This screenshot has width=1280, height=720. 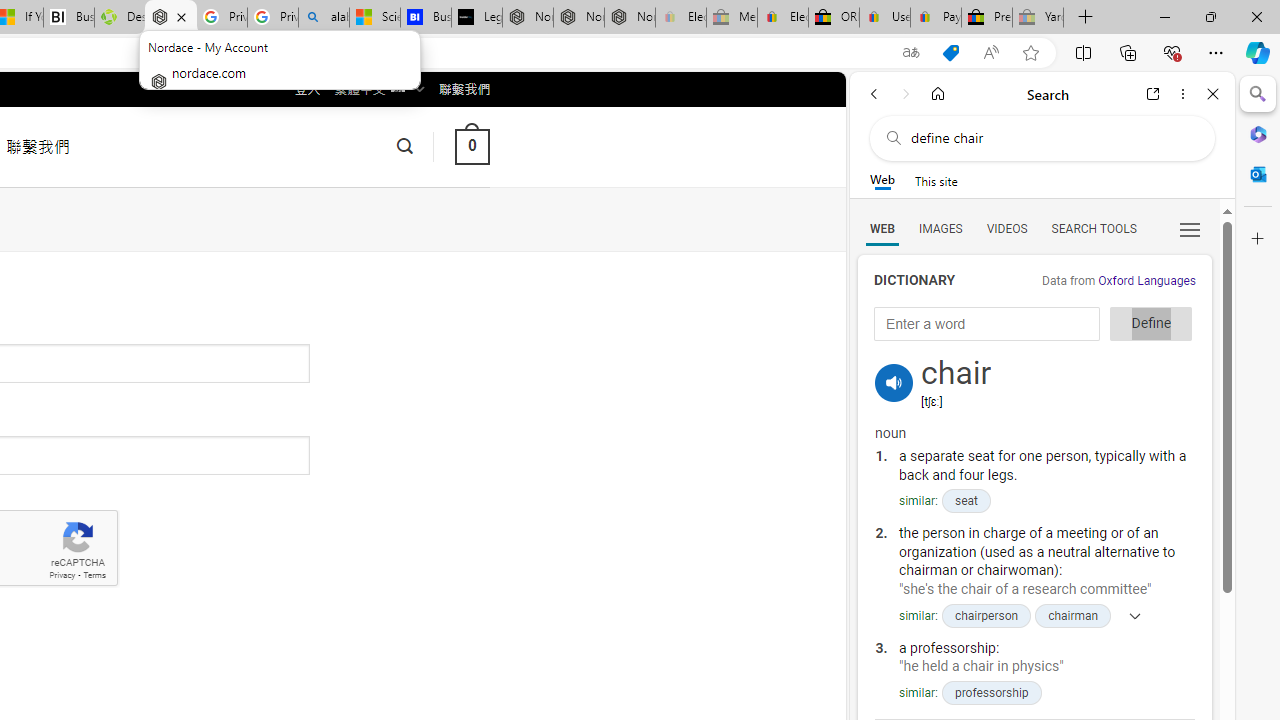 What do you see at coordinates (1072, 614) in the screenshot?
I see `'chairman'` at bounding box center [1072, 614].